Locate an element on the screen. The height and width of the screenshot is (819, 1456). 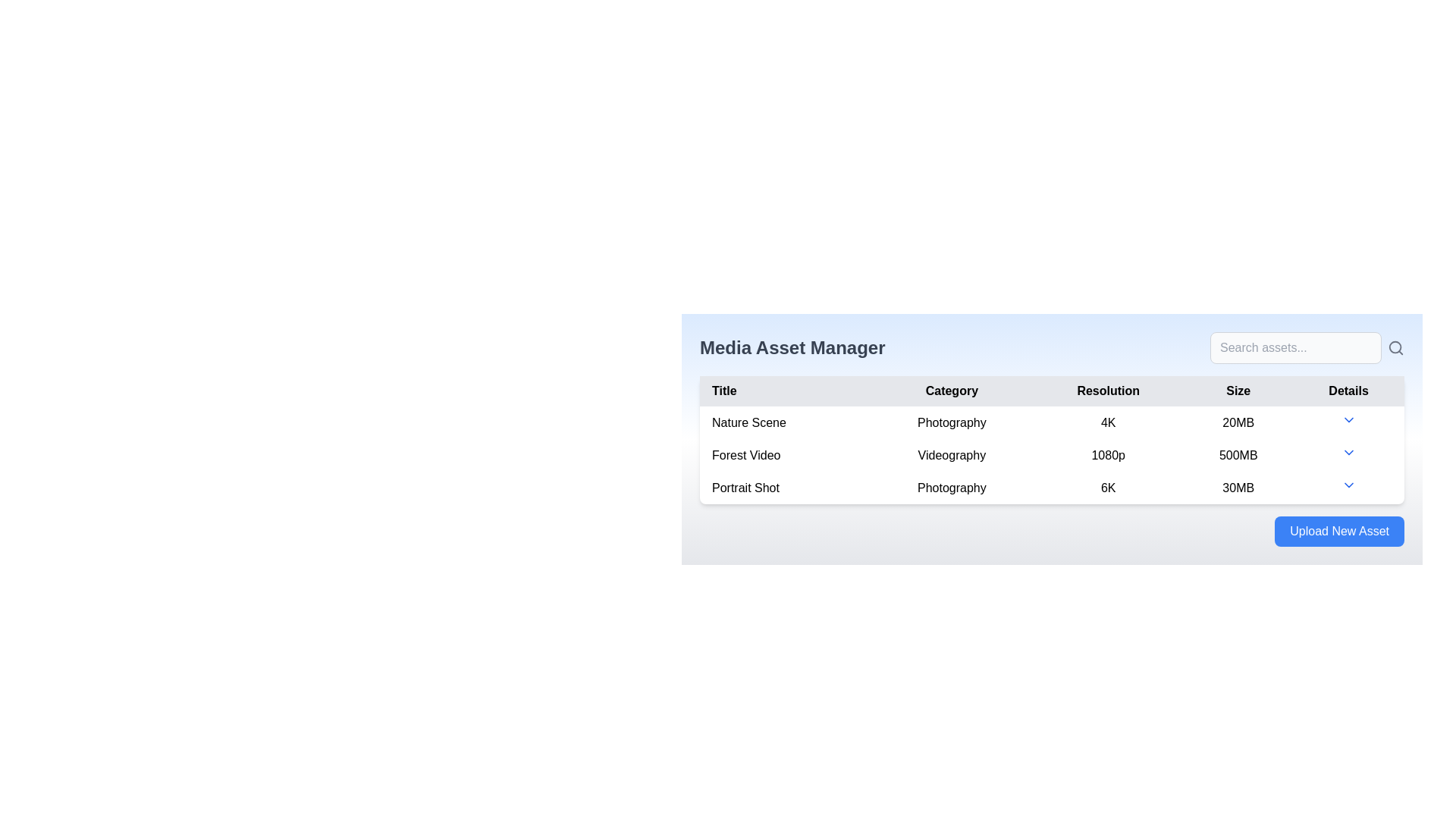
the downward-pointing chevron icon located is located at coordinates (1348, 422).